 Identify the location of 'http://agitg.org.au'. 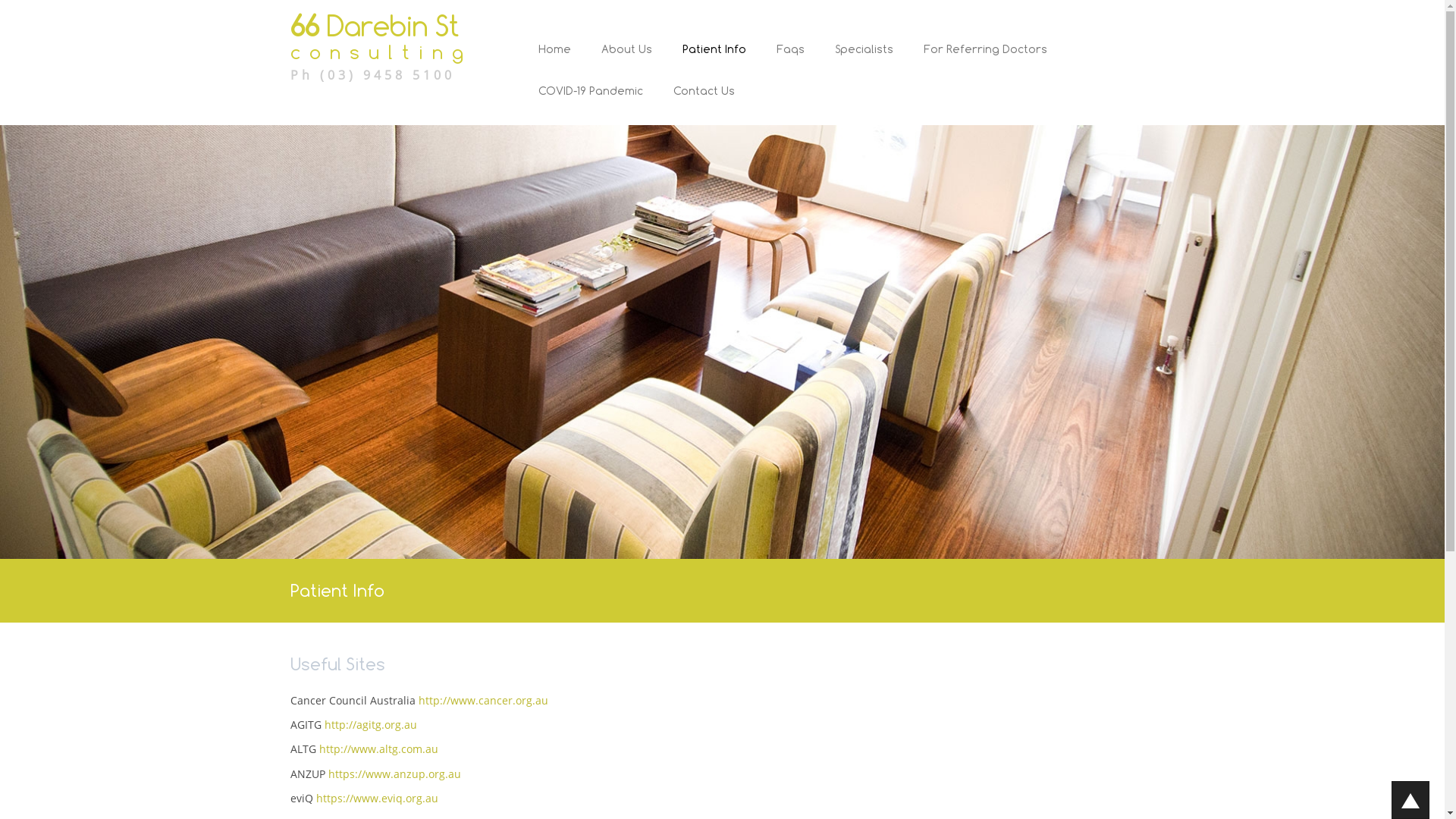
(371, 723).